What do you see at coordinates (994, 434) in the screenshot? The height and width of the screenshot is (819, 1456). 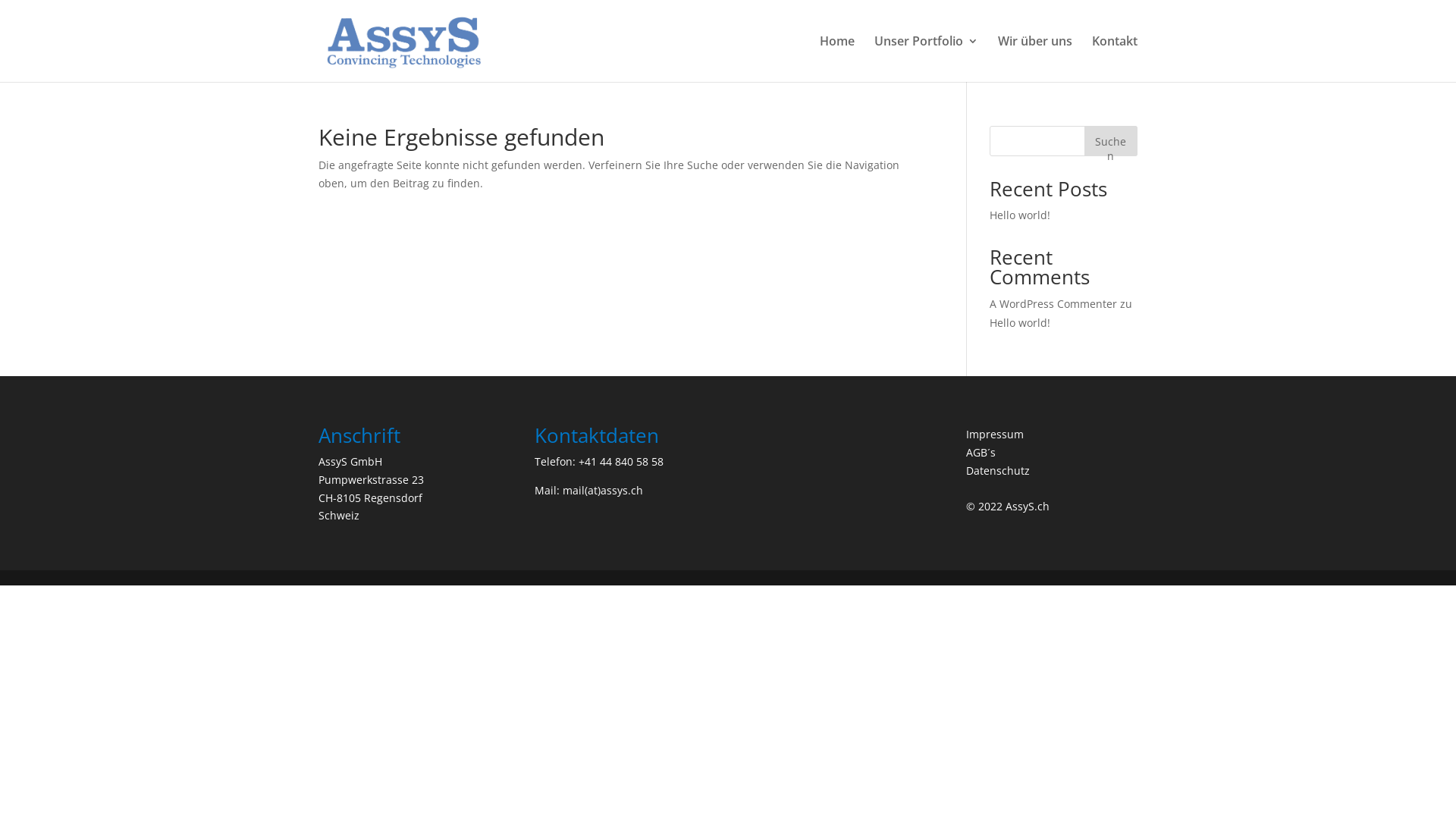 I see `'Impressum'` at bounding box center [994, 434].